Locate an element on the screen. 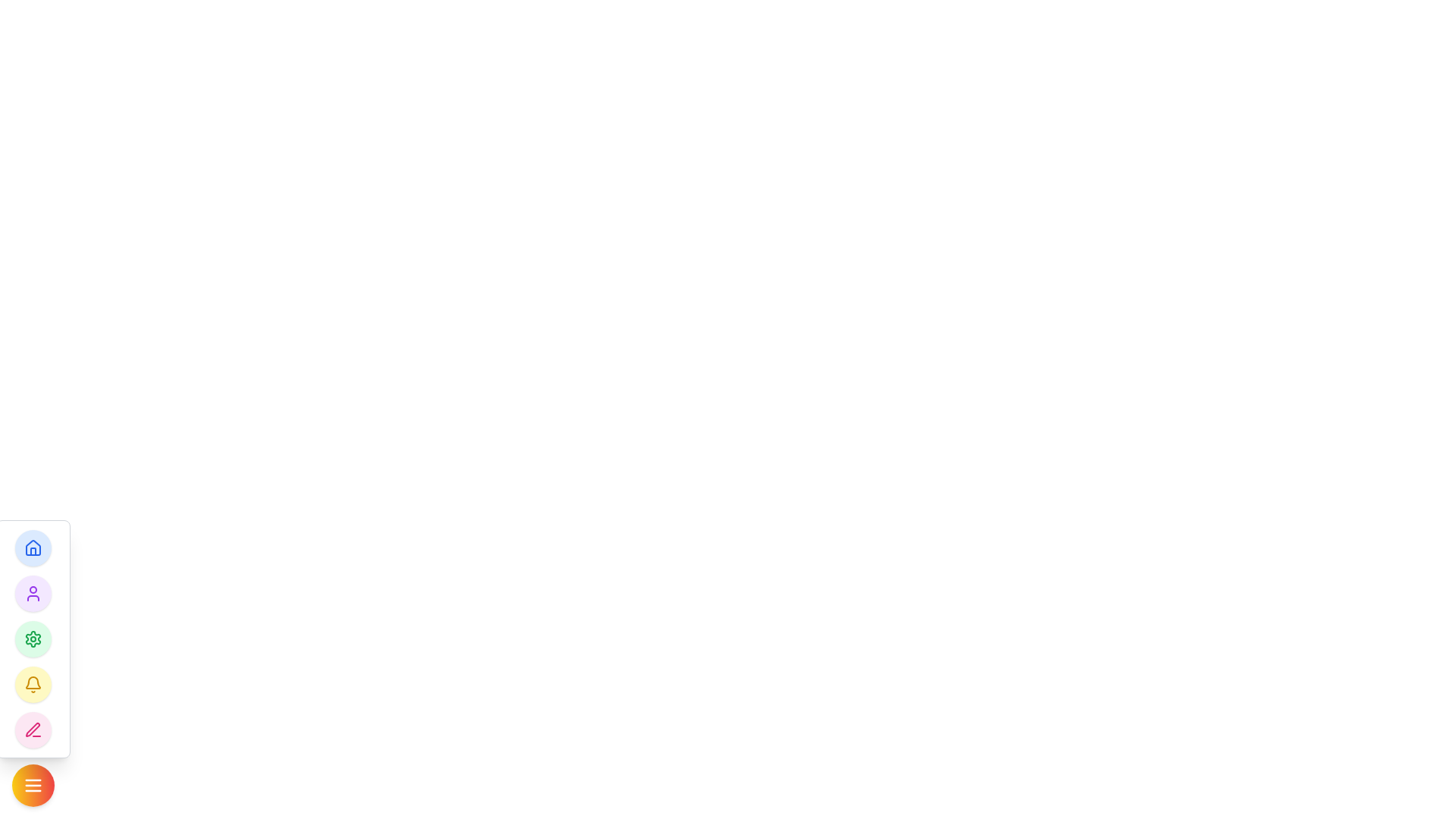 The image size is (1456, 819). the pen icon located at the bottom of the vertical menu is located at coordinates (33, 730).